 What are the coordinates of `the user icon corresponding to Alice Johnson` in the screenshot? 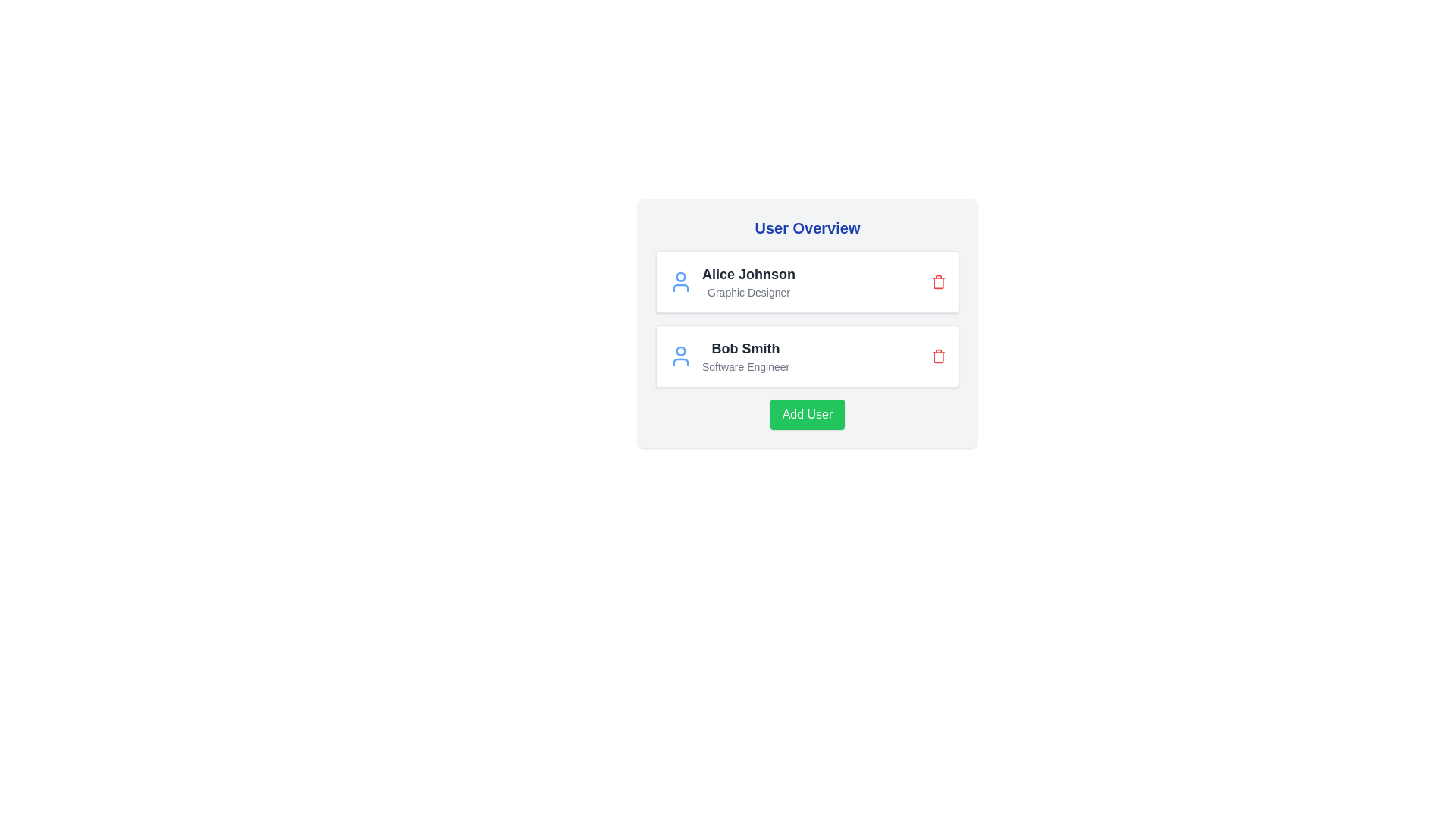 It's located at (679, 281).